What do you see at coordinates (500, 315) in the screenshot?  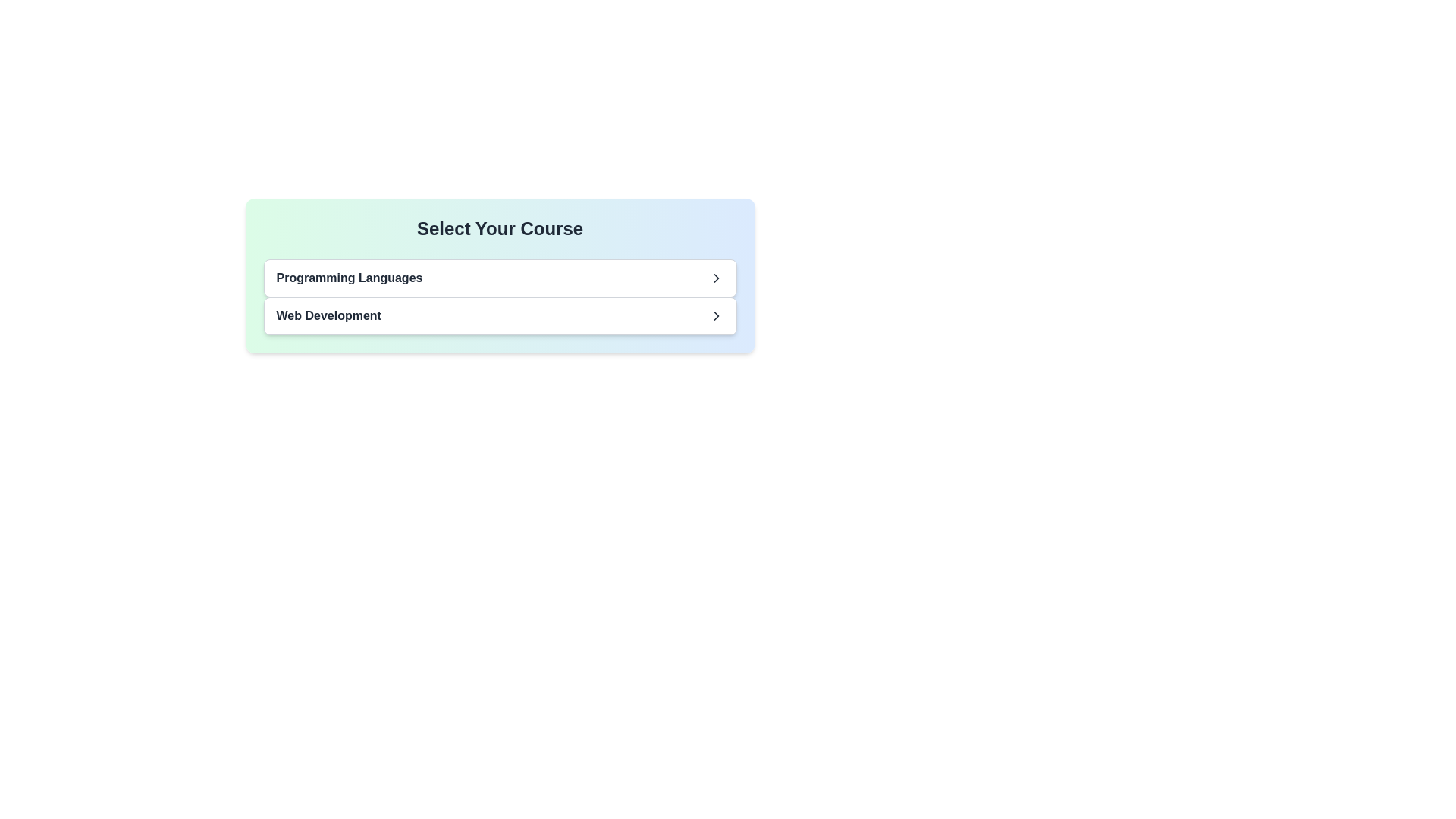 I see `the 'Web Development' button located below the 'Programming Languages' item` at bounding box center [500, 315].